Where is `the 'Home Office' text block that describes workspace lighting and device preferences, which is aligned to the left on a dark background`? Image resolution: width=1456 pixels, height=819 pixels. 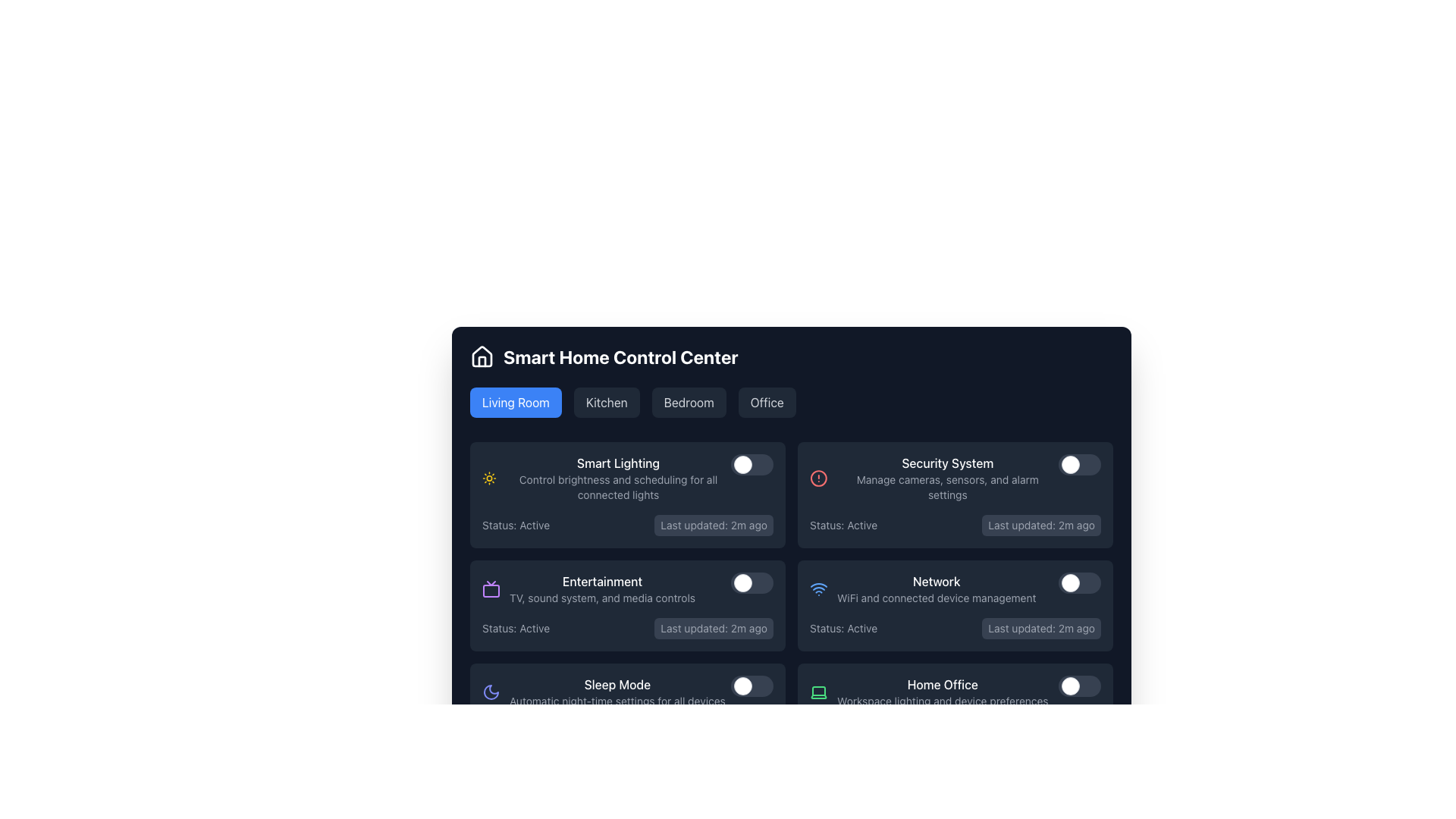 the 'Home Office' text block that describes workspace lighting and device preferences, which is aligned to the left on a dark background is located at coordinates (942, 692).